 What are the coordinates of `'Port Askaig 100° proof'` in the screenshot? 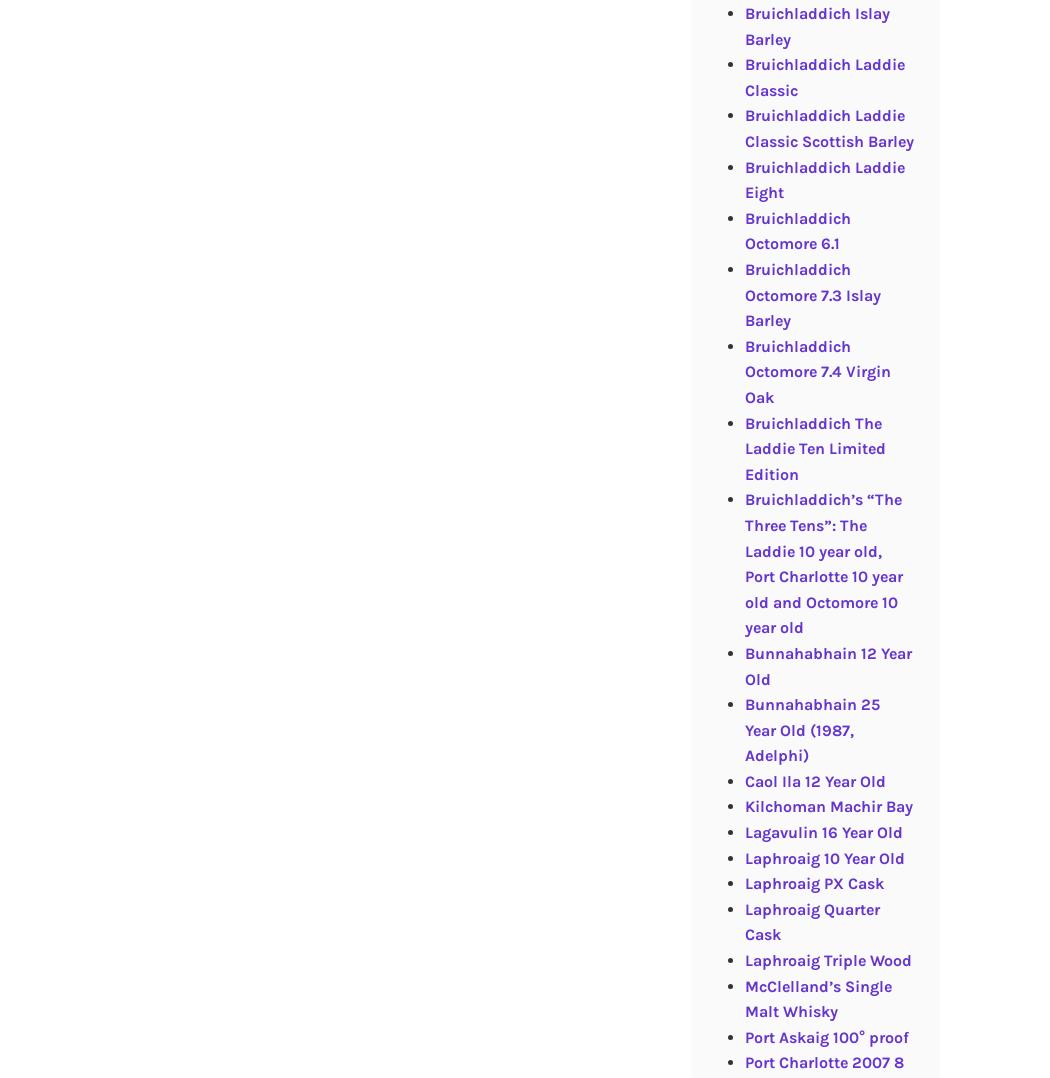 It's located at (826, 1035).